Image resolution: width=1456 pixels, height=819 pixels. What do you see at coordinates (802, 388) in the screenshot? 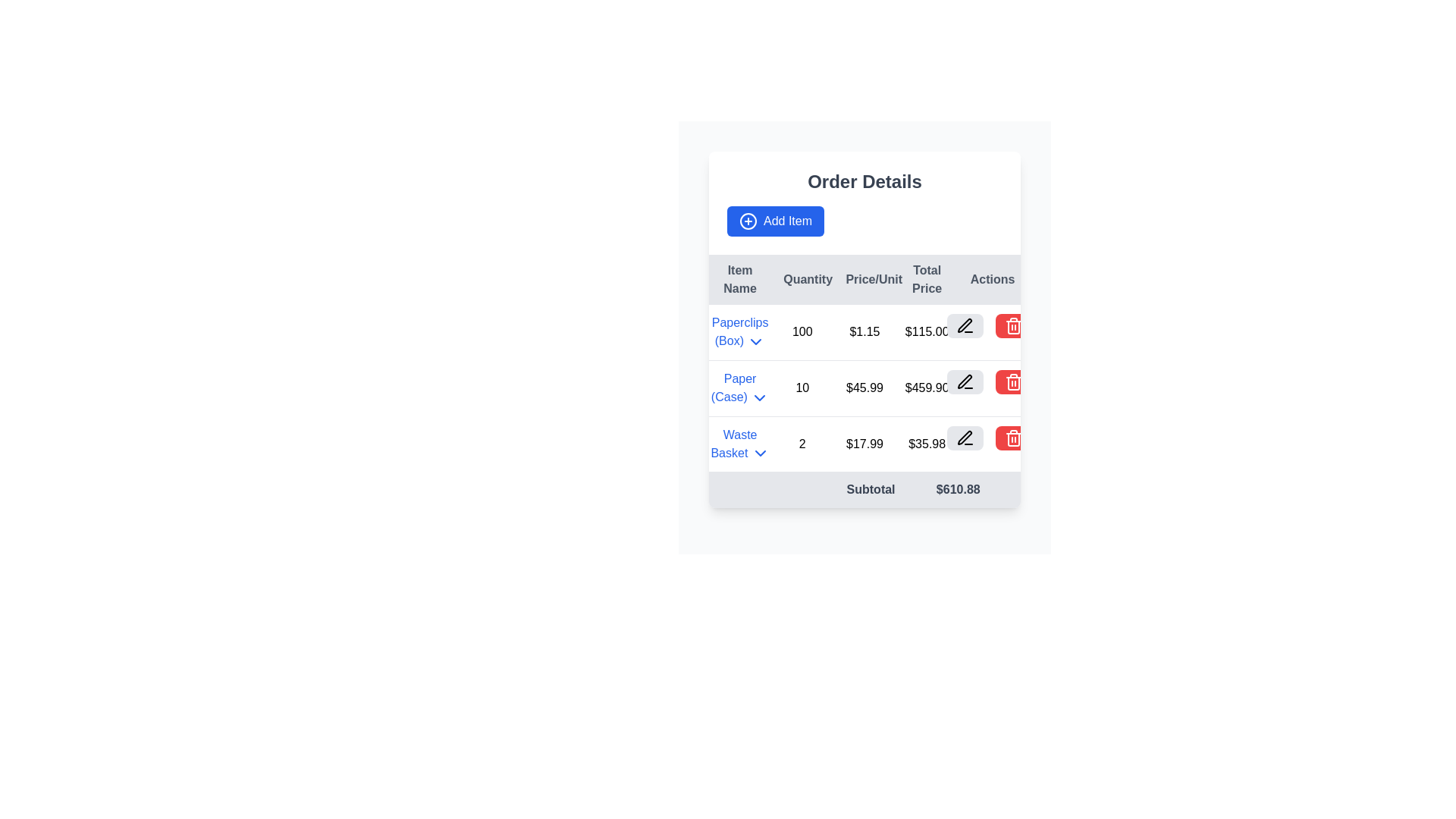
I see `the text element displaying the quantity of 'Paper (Case)' in the second row under the 'Quantity' column` at bounding box center [802, 388].